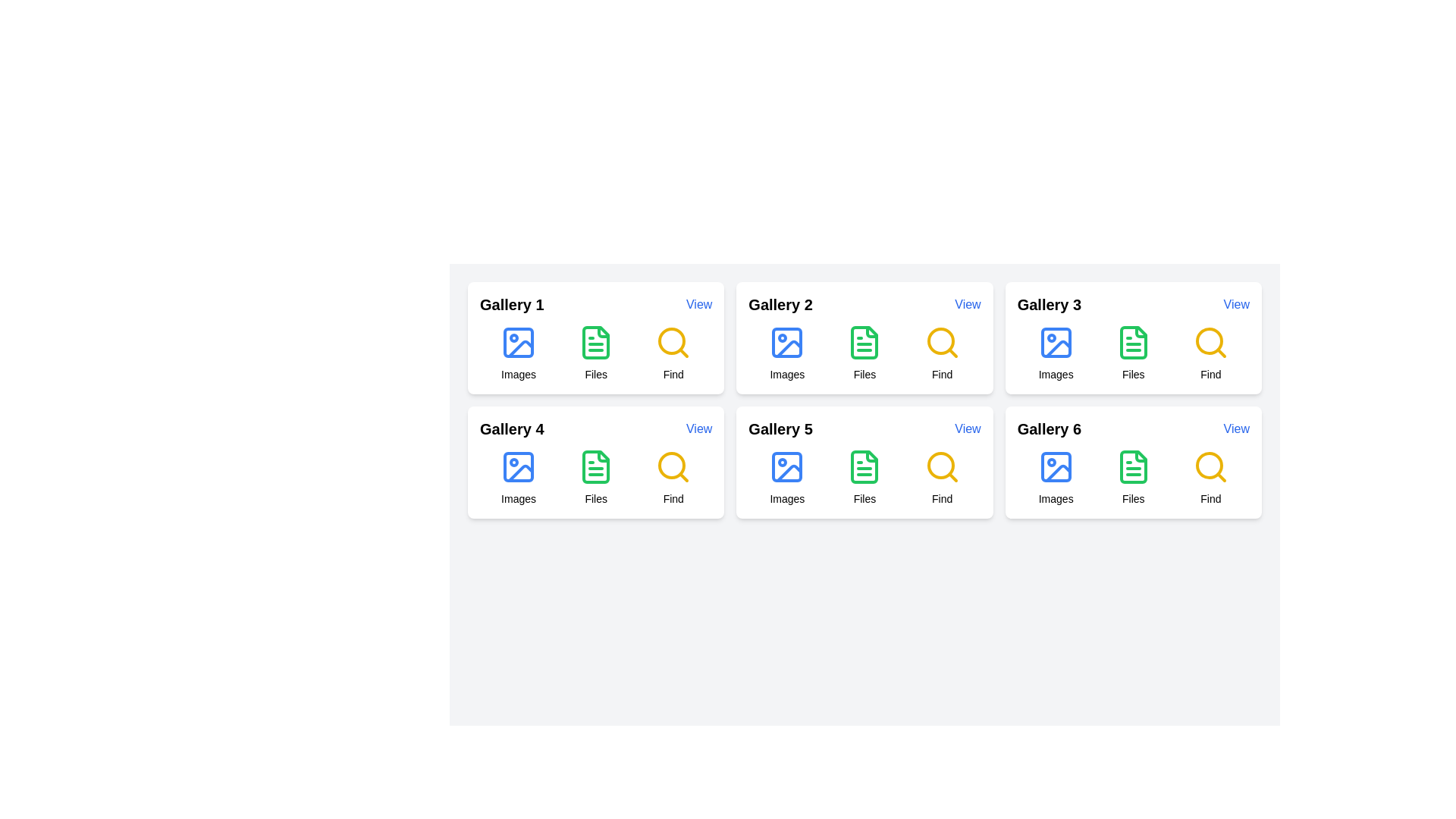  Describe the element at coordinates (595, 342) in the screenshot. I see `the green file icon with a folded top-right corner in the 'Gallery 1' row` at that location.